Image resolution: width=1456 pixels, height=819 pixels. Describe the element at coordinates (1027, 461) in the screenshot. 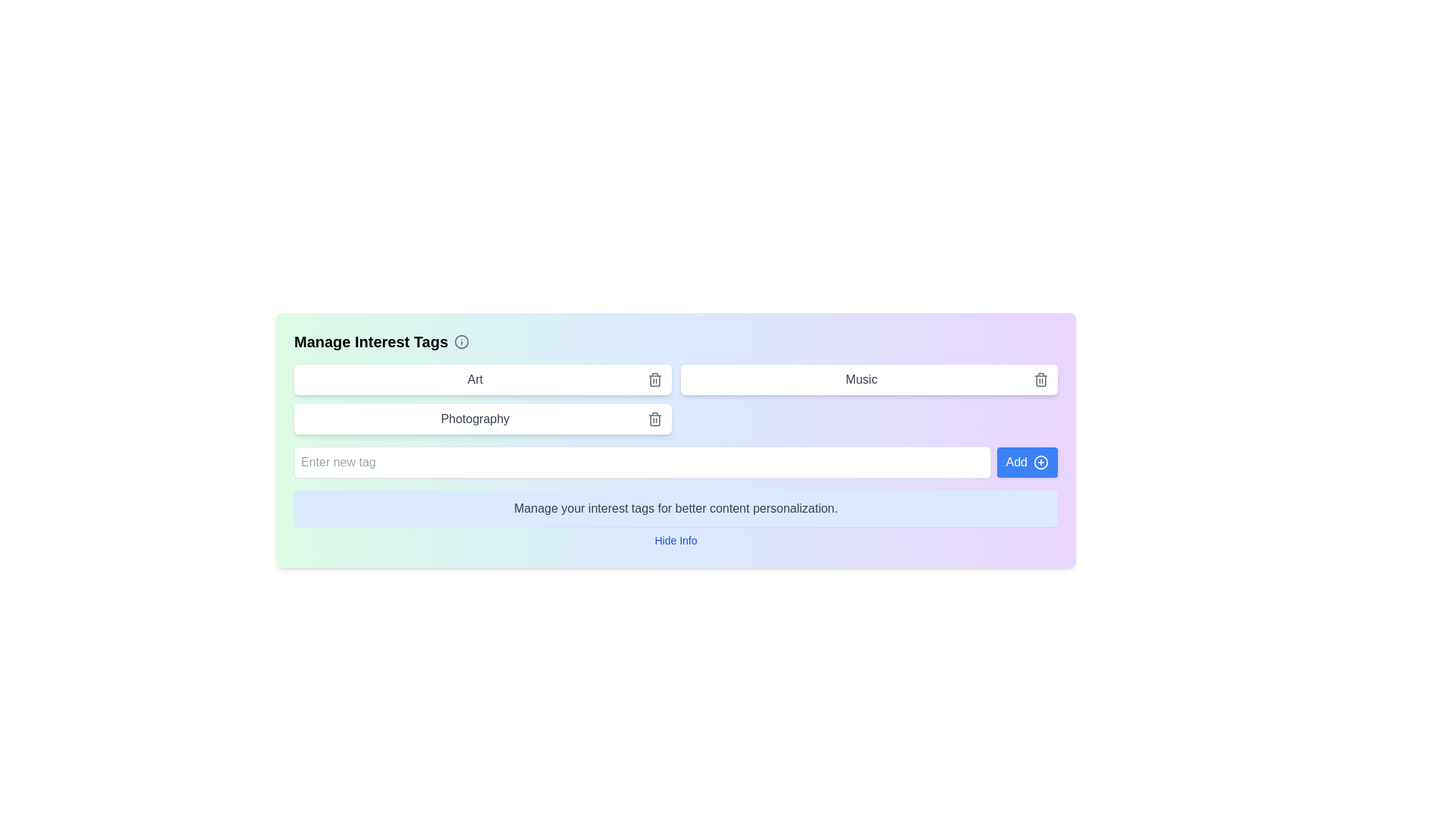

I see `the rounded rectangular blue button labeled 'Add' with a plus sign icon` at that location.